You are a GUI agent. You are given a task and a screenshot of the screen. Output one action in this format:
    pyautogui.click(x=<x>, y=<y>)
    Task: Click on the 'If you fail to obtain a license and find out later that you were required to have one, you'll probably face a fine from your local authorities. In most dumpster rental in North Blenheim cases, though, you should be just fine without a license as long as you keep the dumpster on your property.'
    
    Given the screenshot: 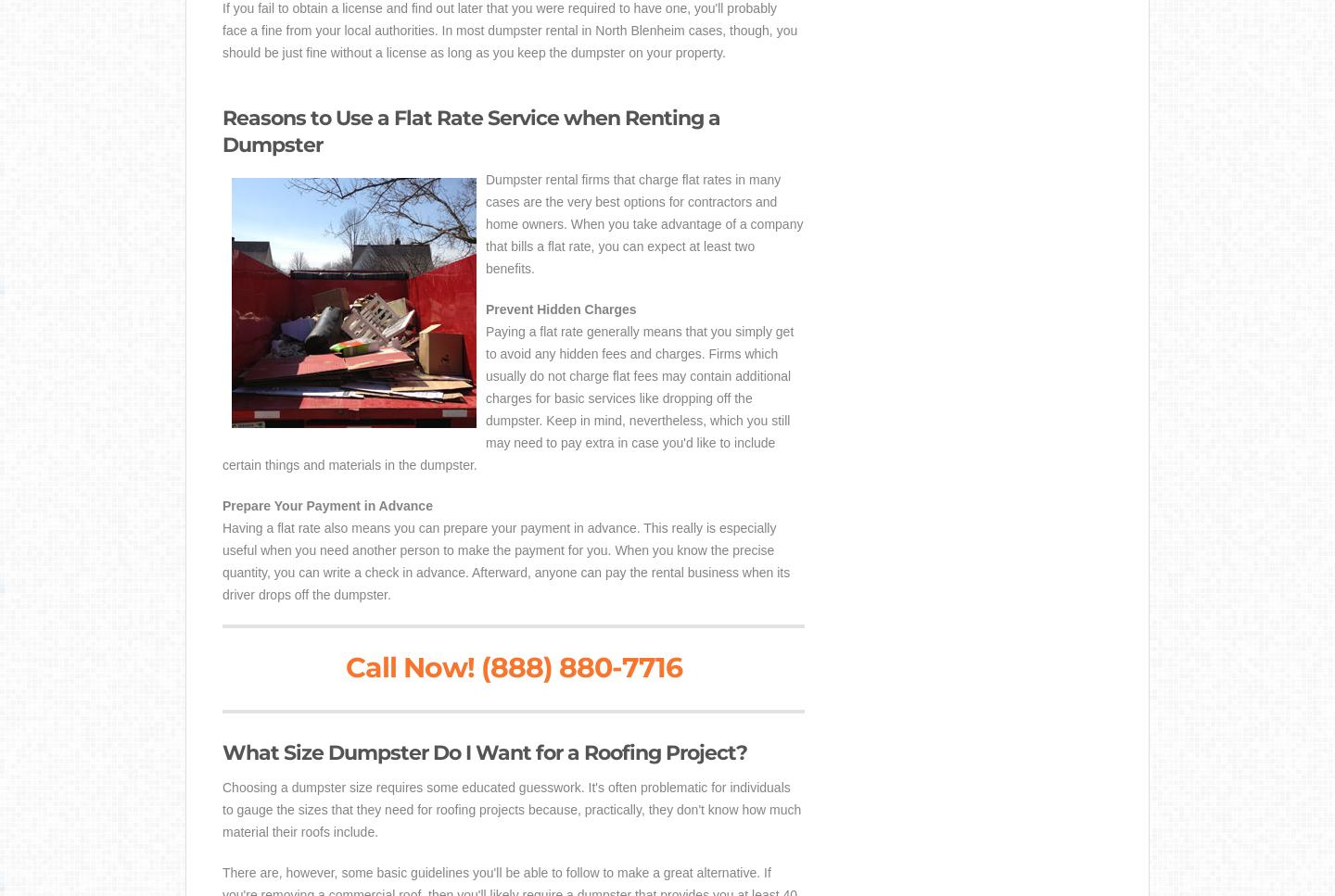 What is the action you would take?
    pyautogui.click(x=222, y=30)
    